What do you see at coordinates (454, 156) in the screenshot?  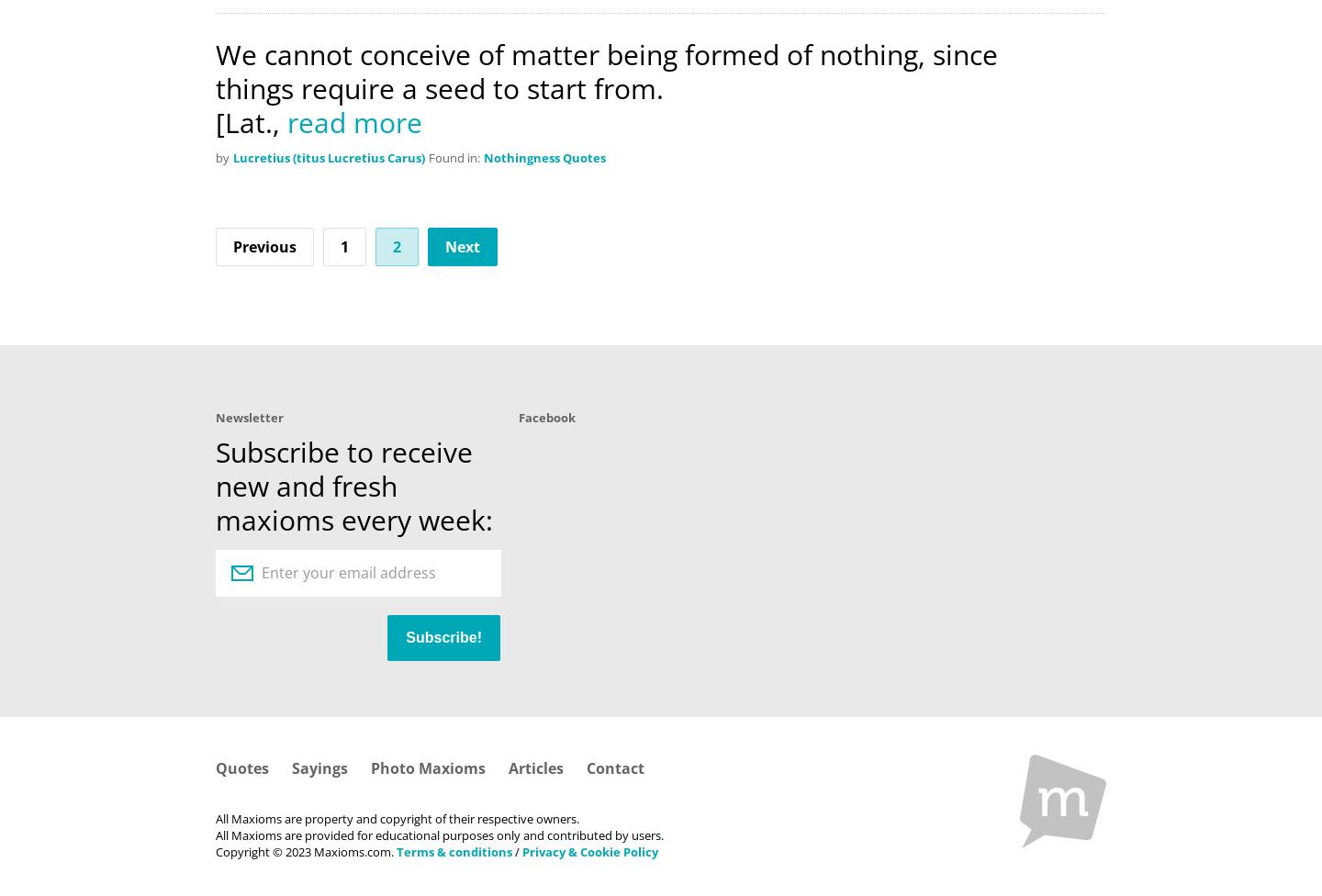 I see `'Found in:'` at bounding box center [454, 156].